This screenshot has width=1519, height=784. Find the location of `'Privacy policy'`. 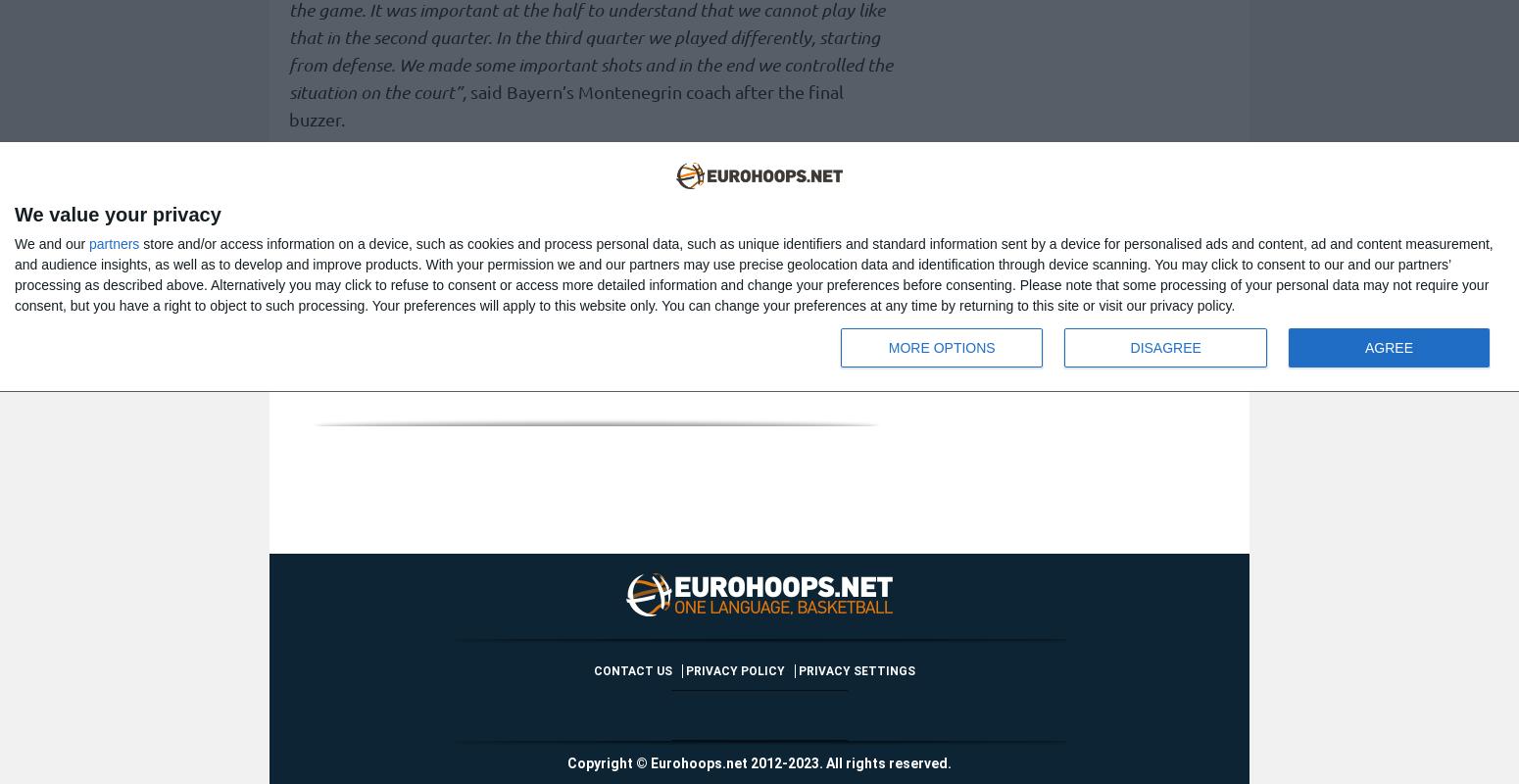

'Privacy policy' is located at coordinates (735, 670).